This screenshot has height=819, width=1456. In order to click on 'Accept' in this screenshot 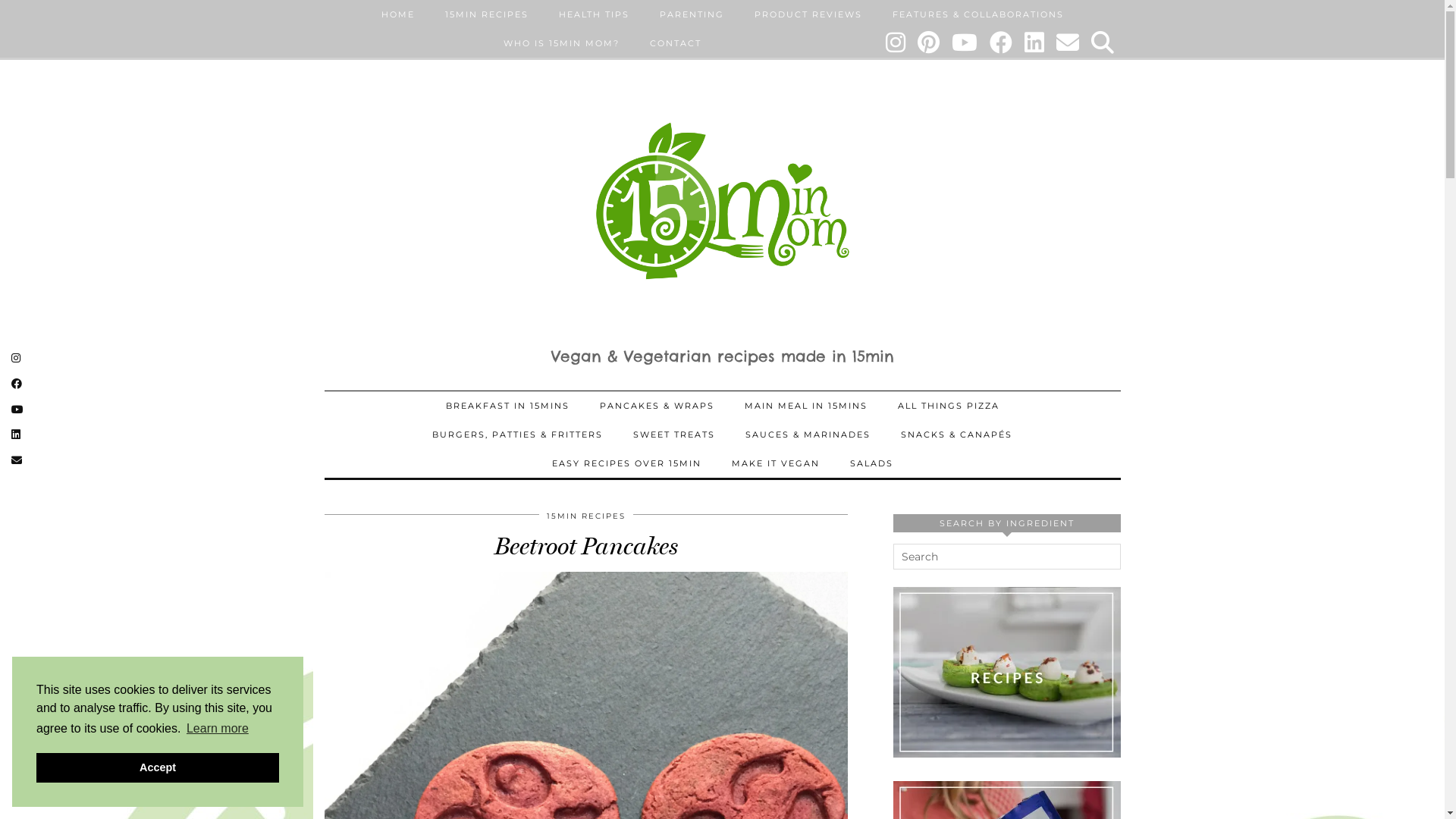, I will do `click(157, 767)`.